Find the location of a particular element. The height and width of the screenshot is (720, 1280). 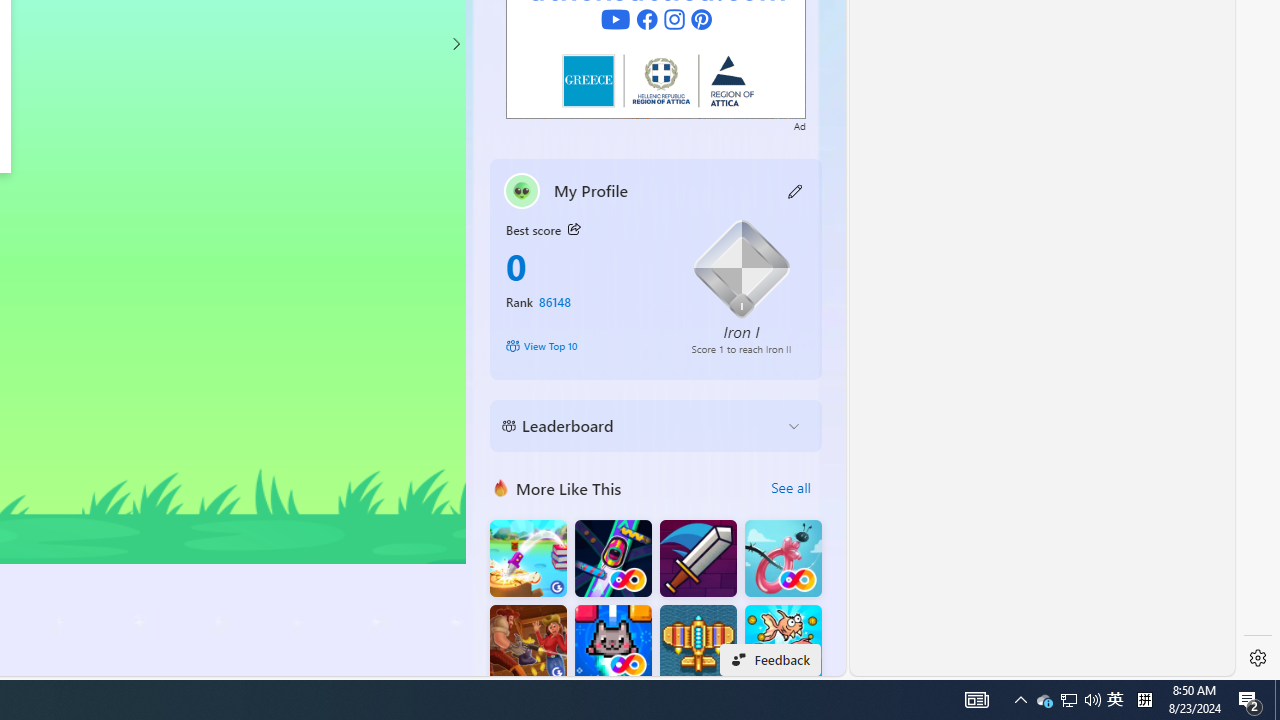

'Bumper Car FRVR' is located at coordinates (612, 558).